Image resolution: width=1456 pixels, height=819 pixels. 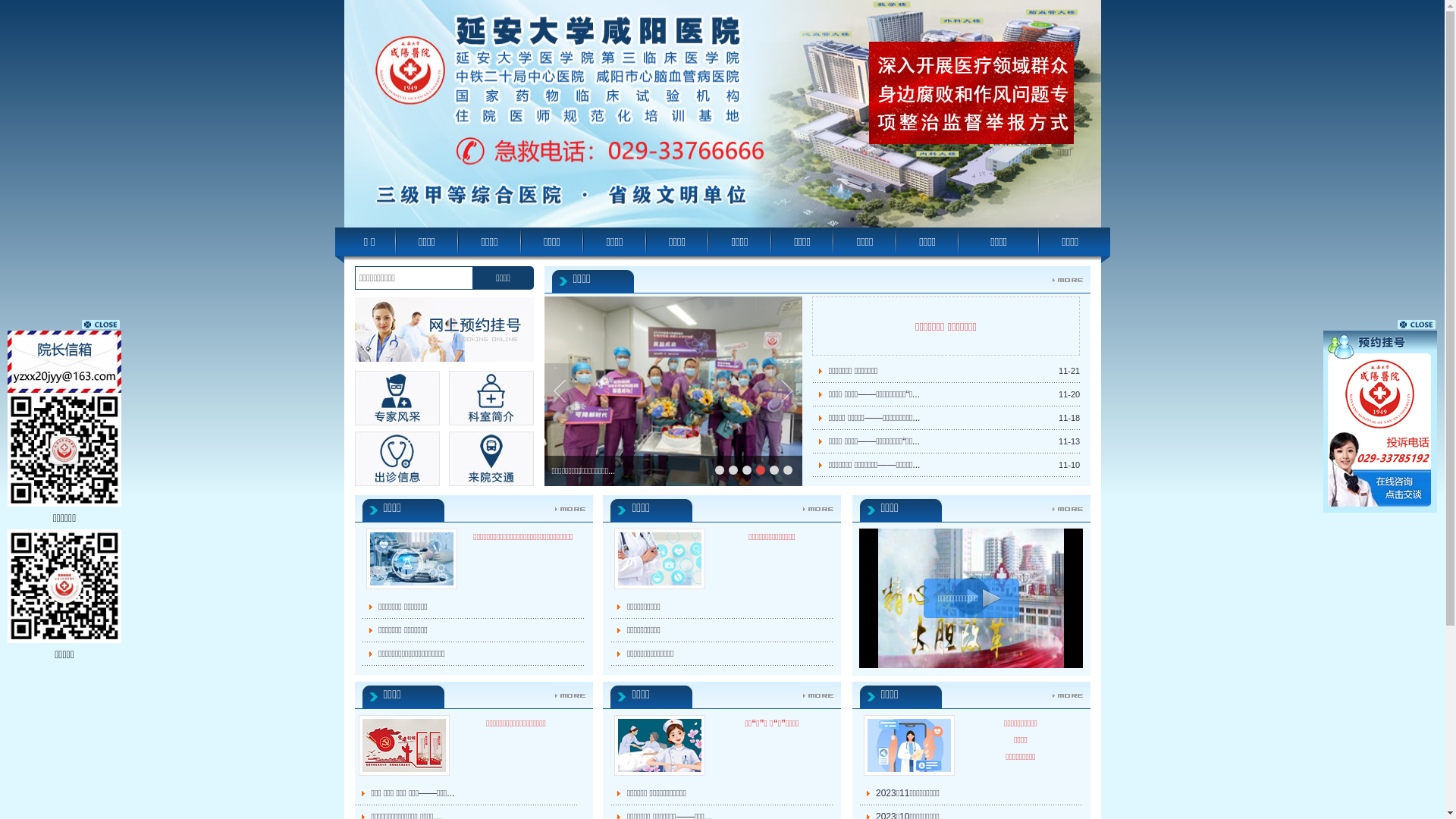 I want to click on '11-20', so click(x=1058, y=394).